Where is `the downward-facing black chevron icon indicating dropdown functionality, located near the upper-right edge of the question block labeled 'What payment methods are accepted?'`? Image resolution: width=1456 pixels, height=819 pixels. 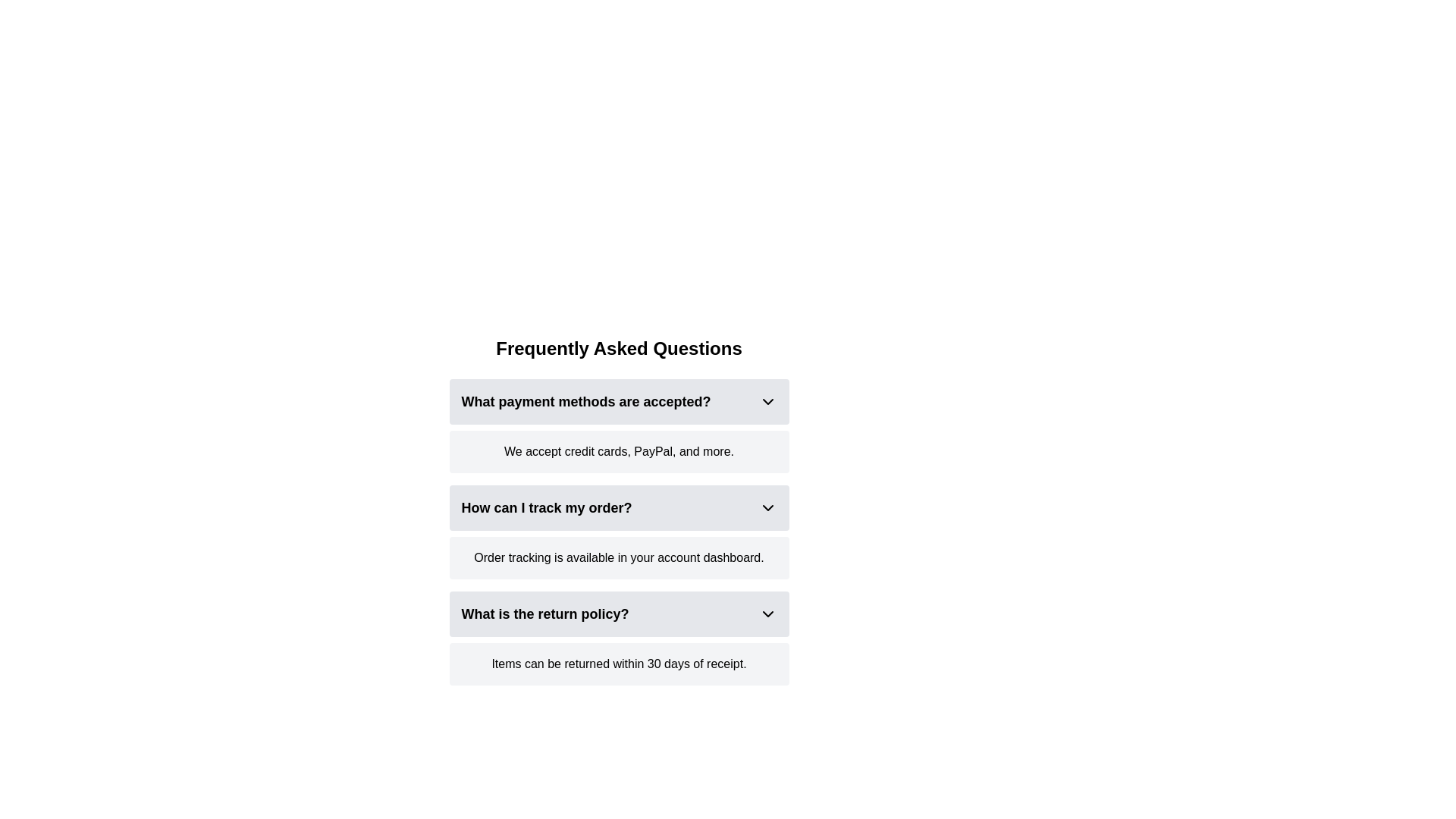
the downward-facing black chevron icon indicating dropdown functionality, located near the upper-right edge of the question block labeled 'What payment methods are accepted?' is located at coordinates (767, 400).